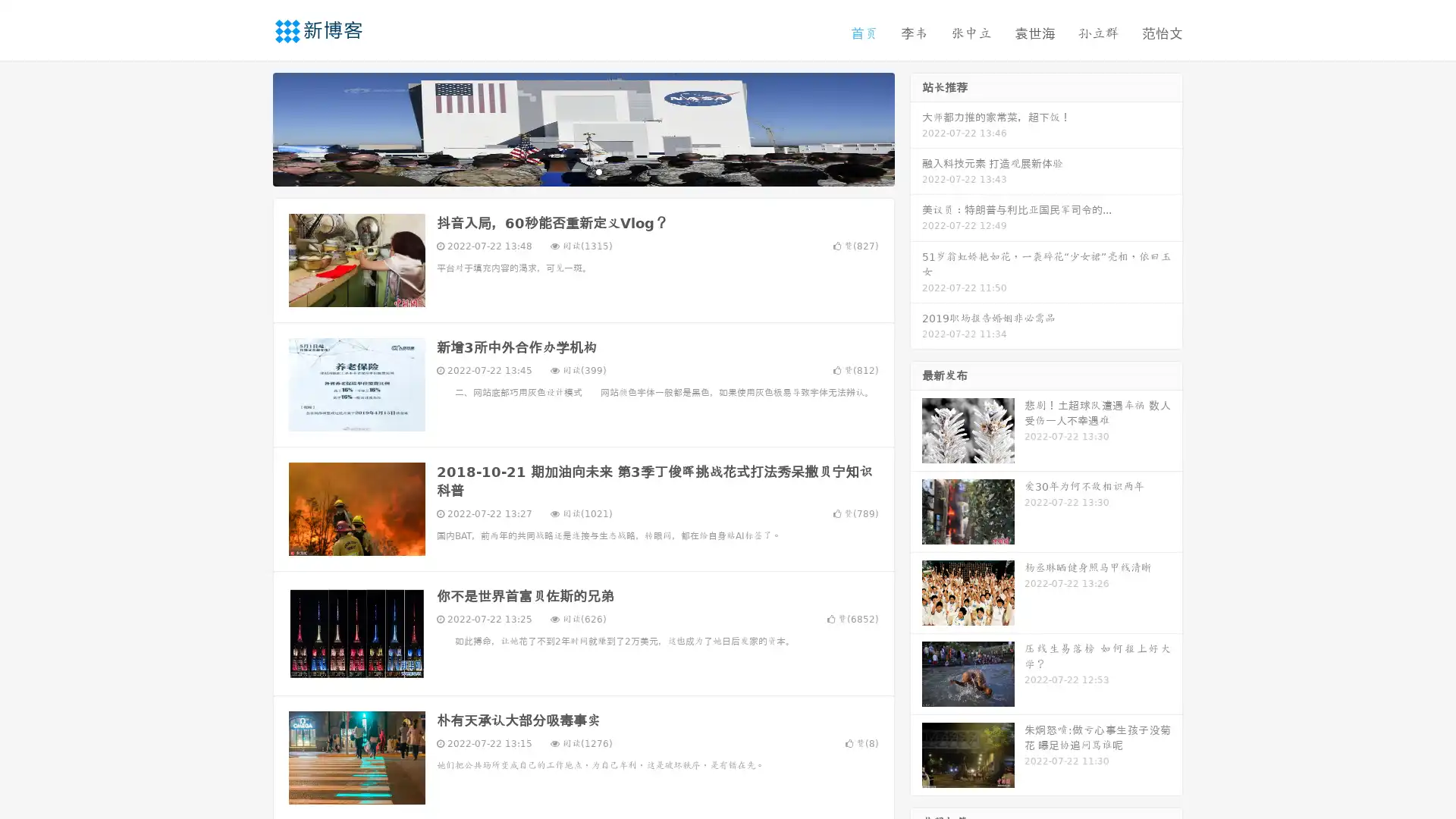  I want to click on Go to slide 1, so click(567, 171).